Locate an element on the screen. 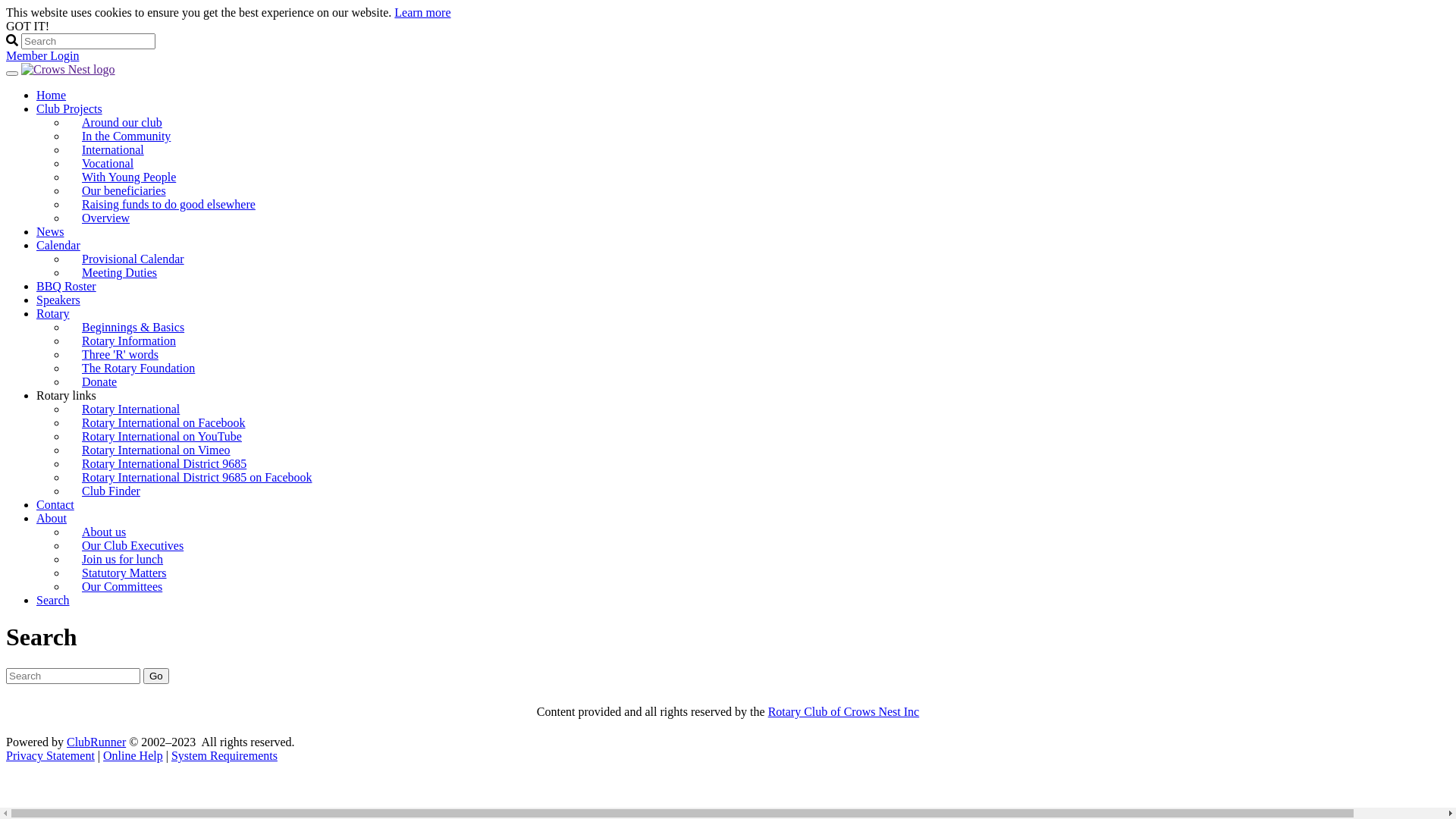 The image size is (1456, 819). 'The Rotary Foundation' is located at coordinates (138, 368).